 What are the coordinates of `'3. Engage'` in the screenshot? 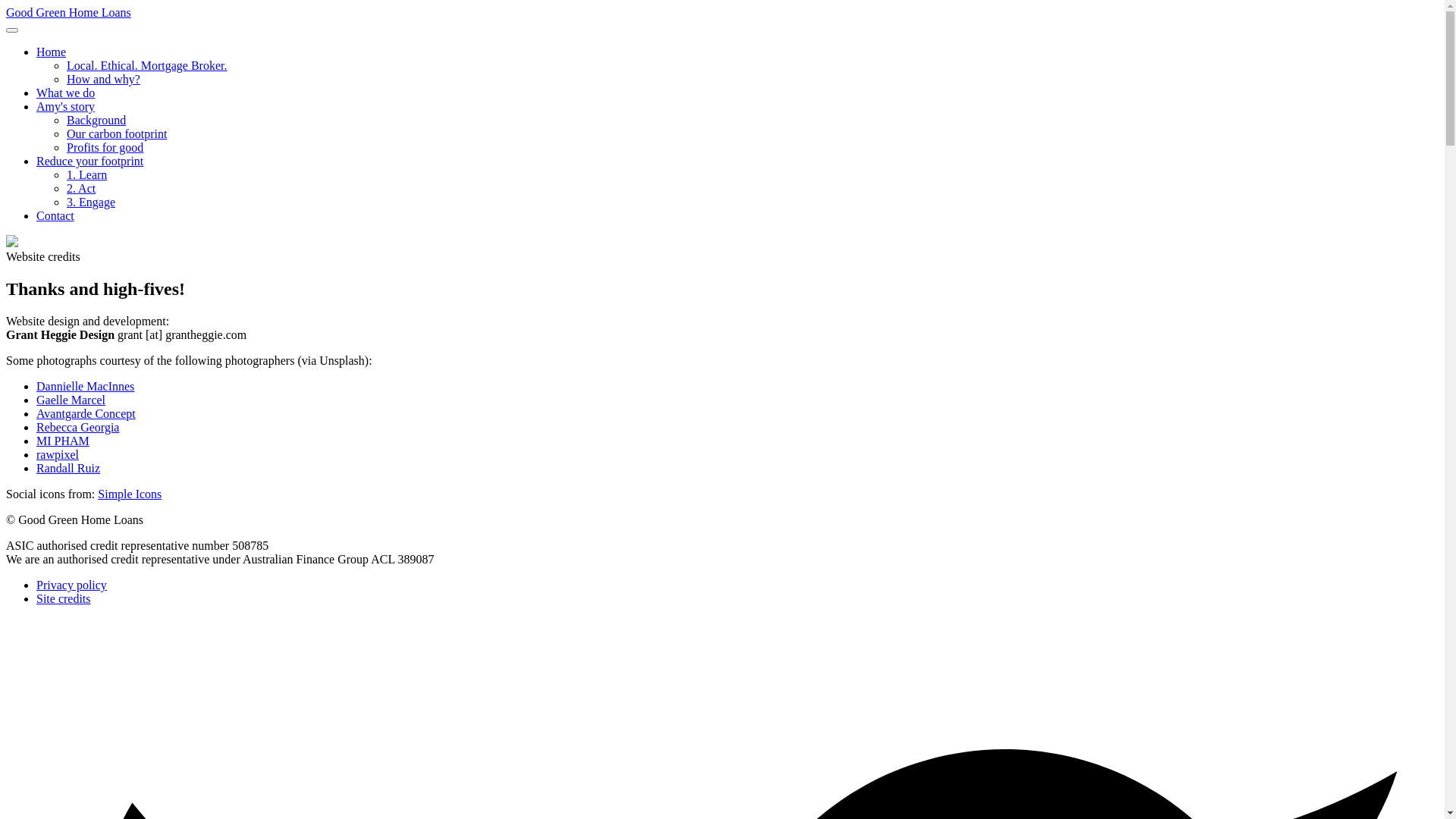 It's located at (90, 201).